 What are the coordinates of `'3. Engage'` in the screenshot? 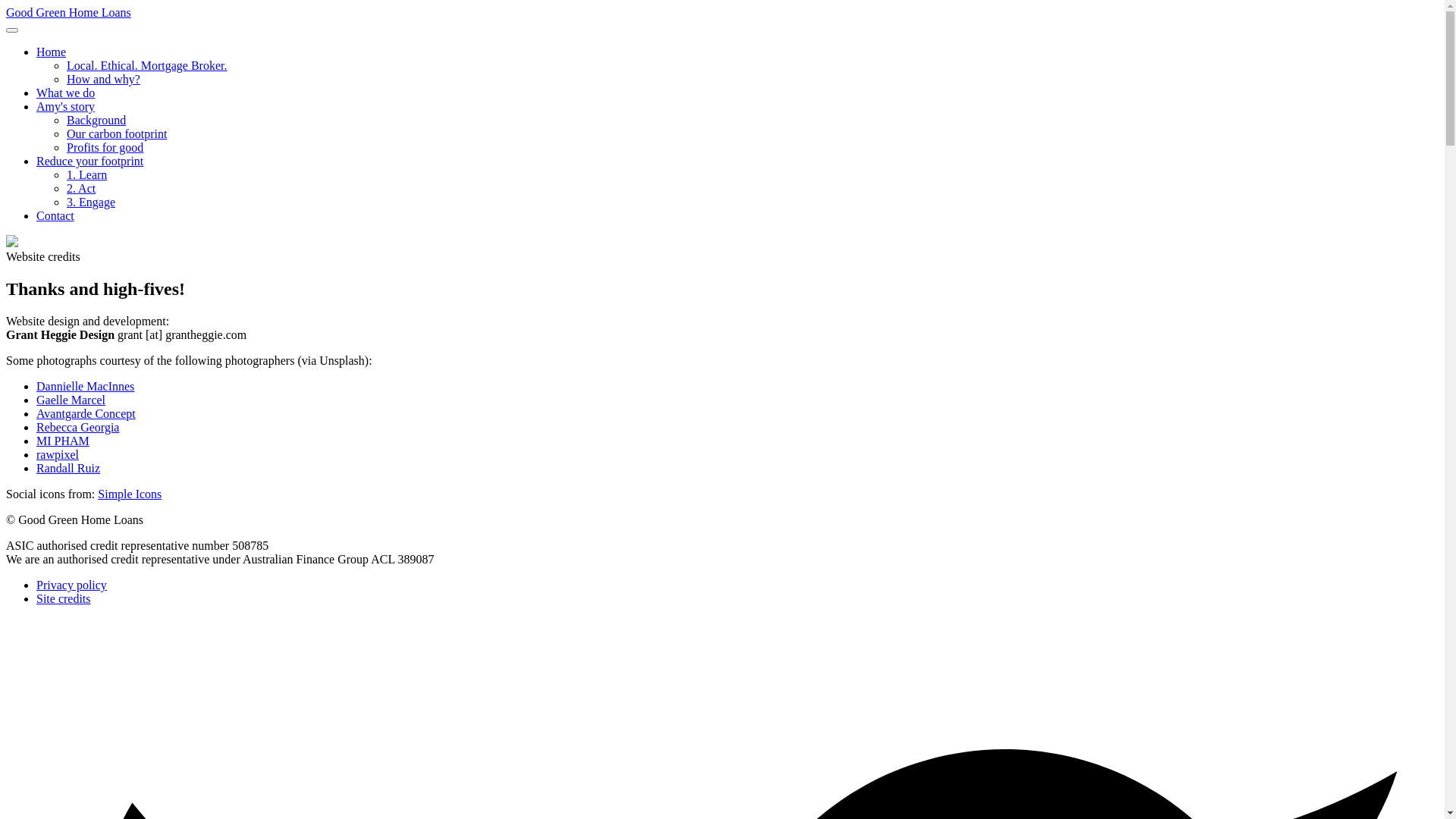 It's located at (90, 201).